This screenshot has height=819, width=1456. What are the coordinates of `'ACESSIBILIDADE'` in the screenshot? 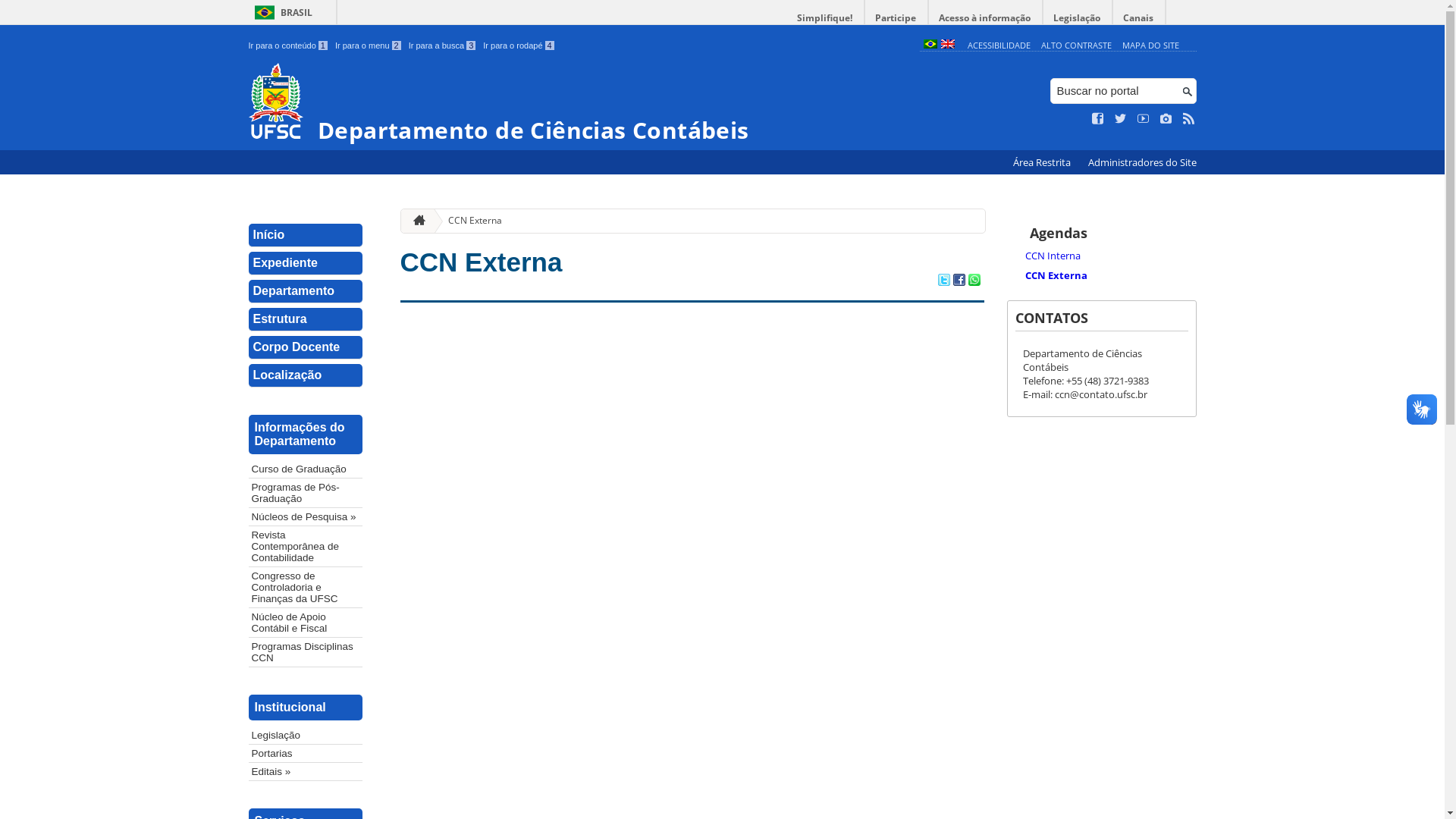 It's located at (999, 44).